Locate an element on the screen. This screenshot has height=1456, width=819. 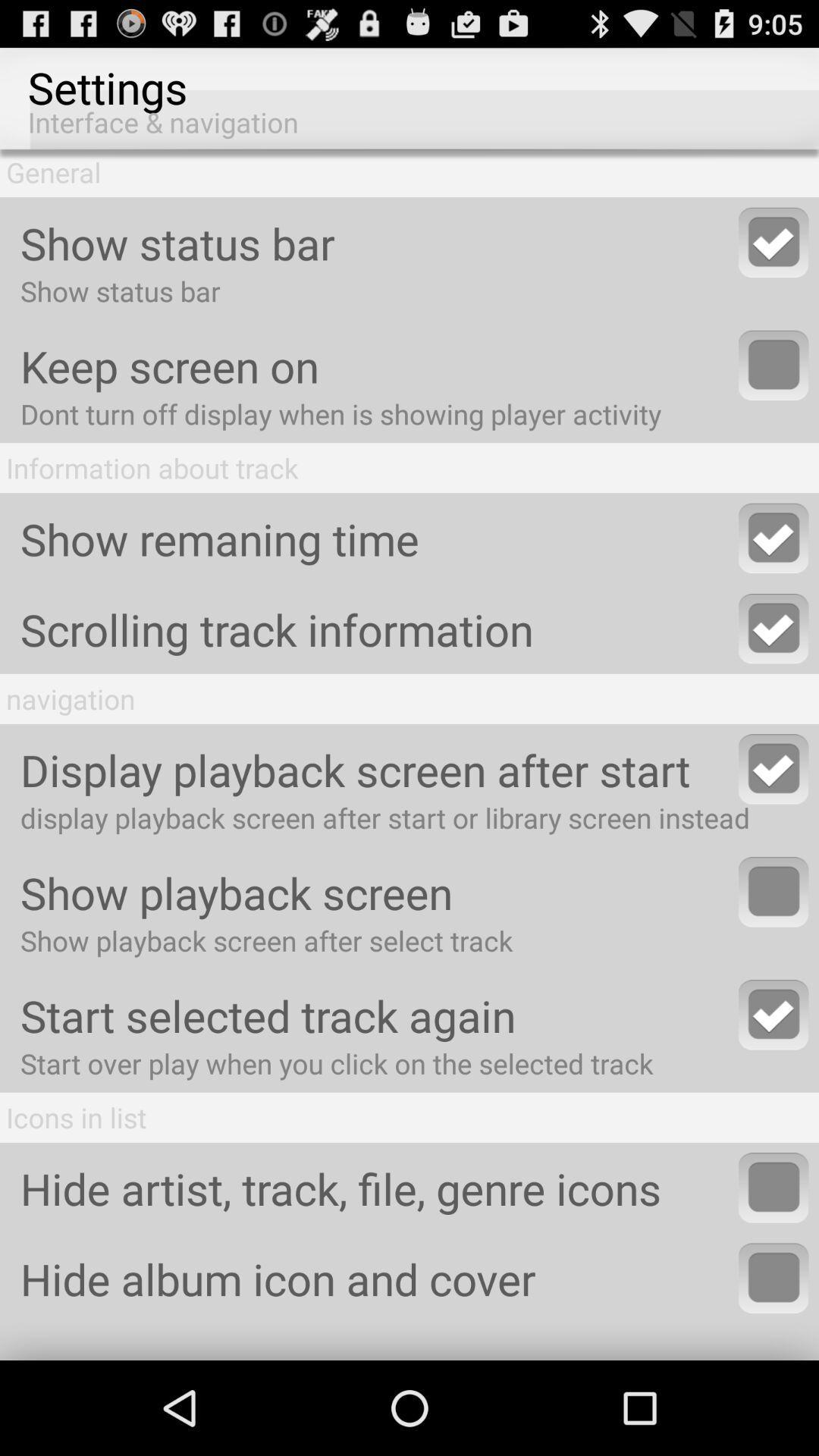
playback screen is located at coordinates (773, 892).